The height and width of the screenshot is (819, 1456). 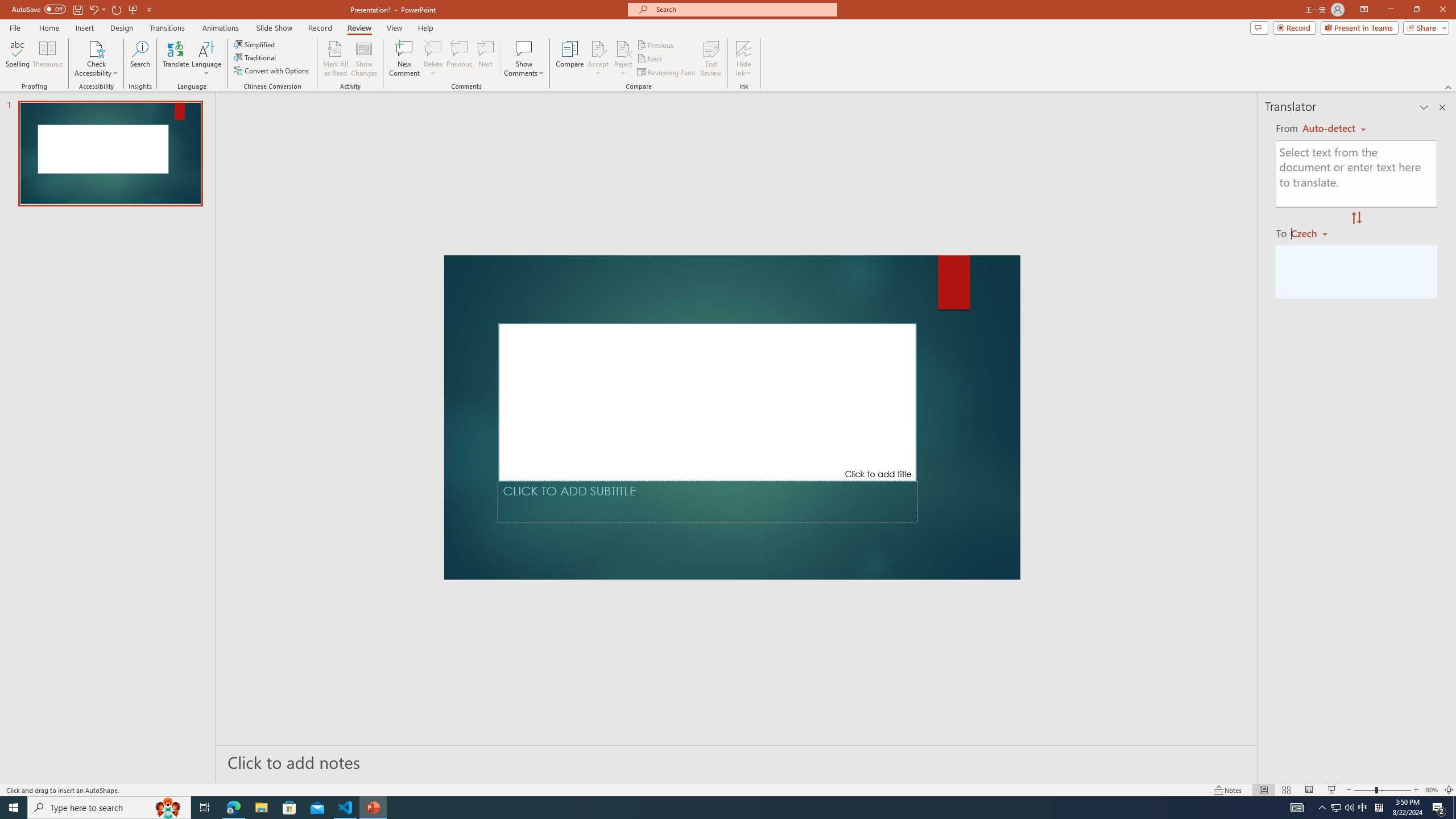 I want to click on 'Mark All as Read', so click(x=336, y=59).